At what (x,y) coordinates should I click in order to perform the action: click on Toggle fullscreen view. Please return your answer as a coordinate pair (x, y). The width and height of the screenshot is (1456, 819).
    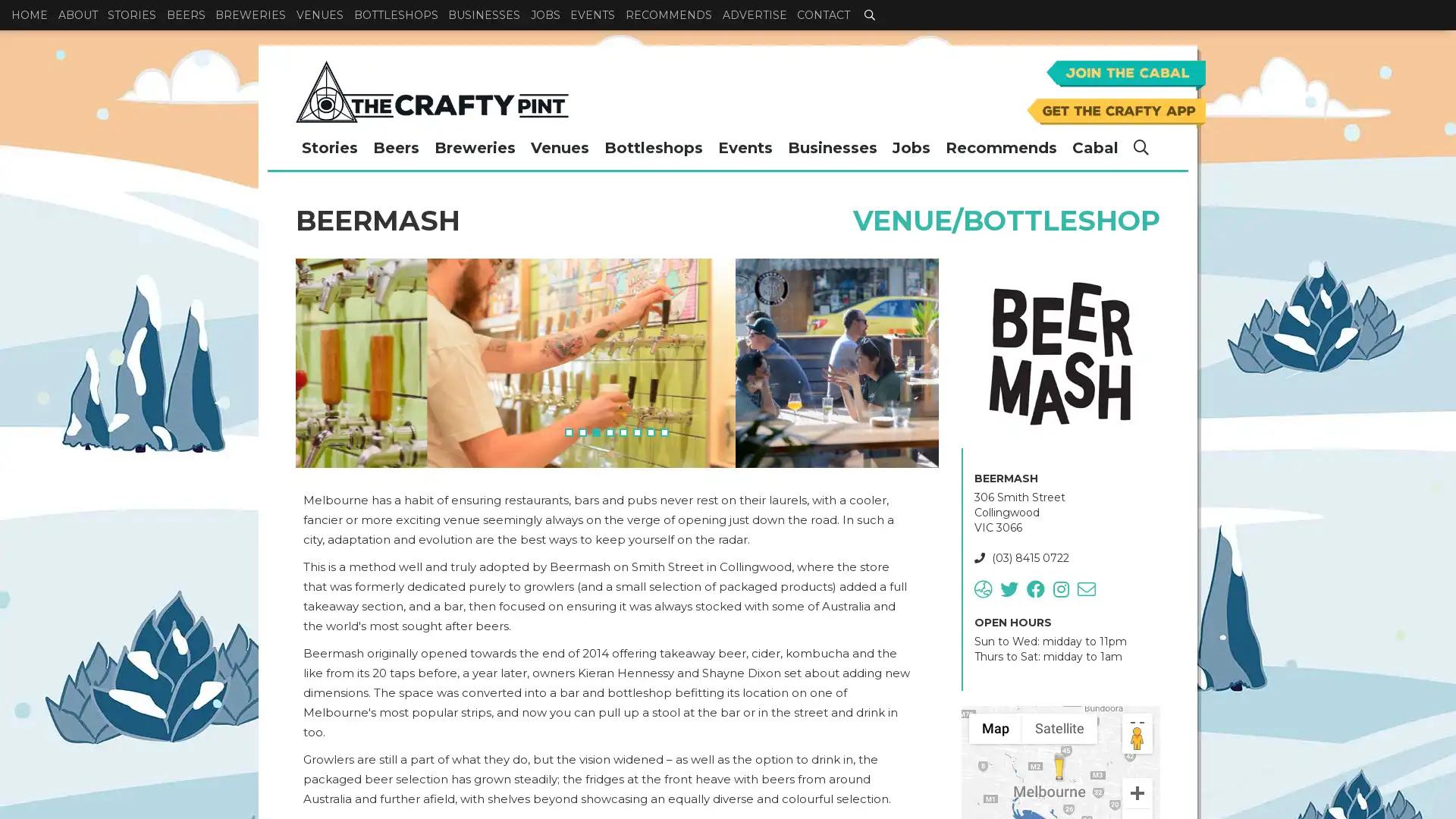
    Looking at the image, I should click on (1137, 727).